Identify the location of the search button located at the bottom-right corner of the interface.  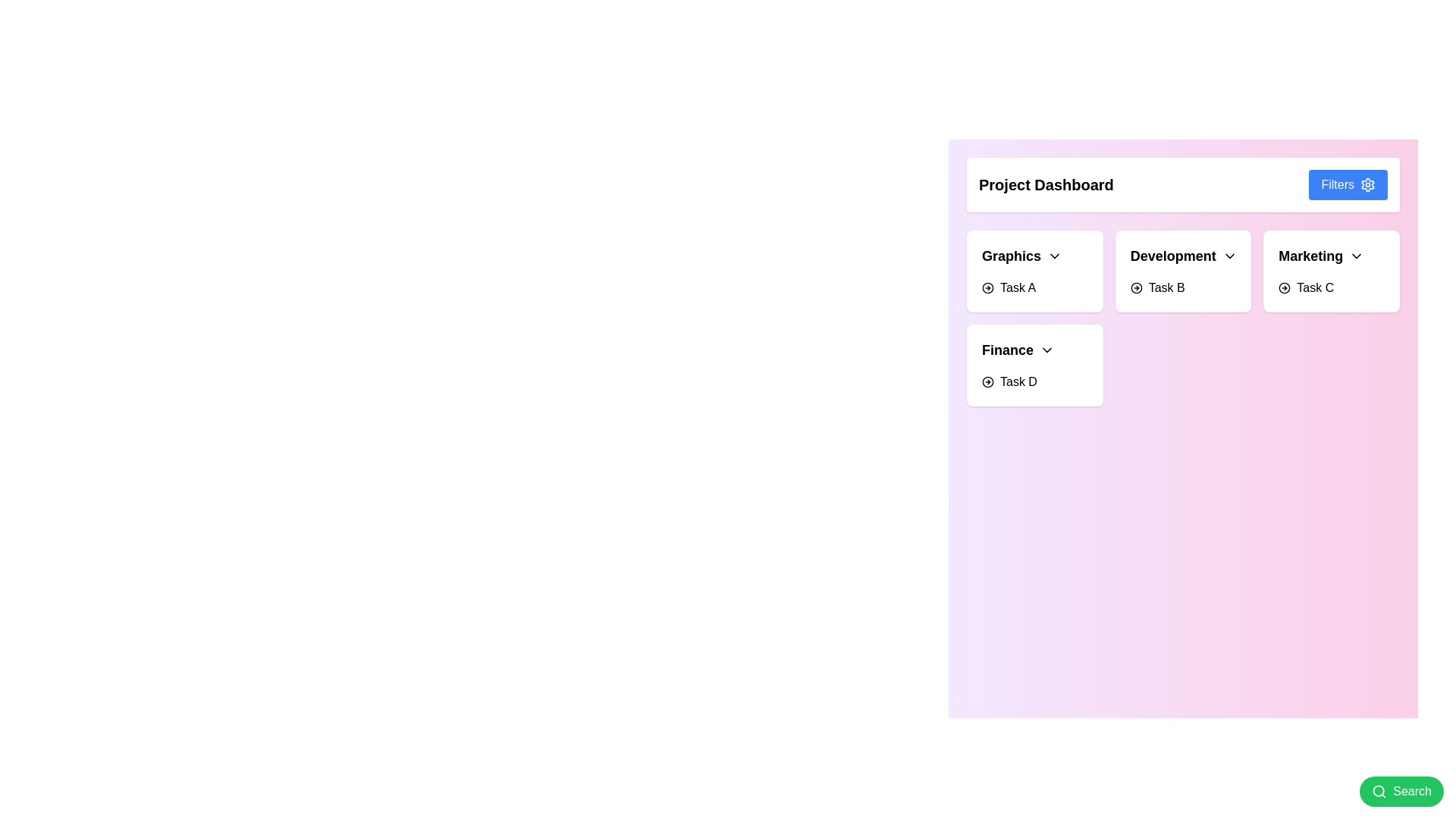
(1401, 791).